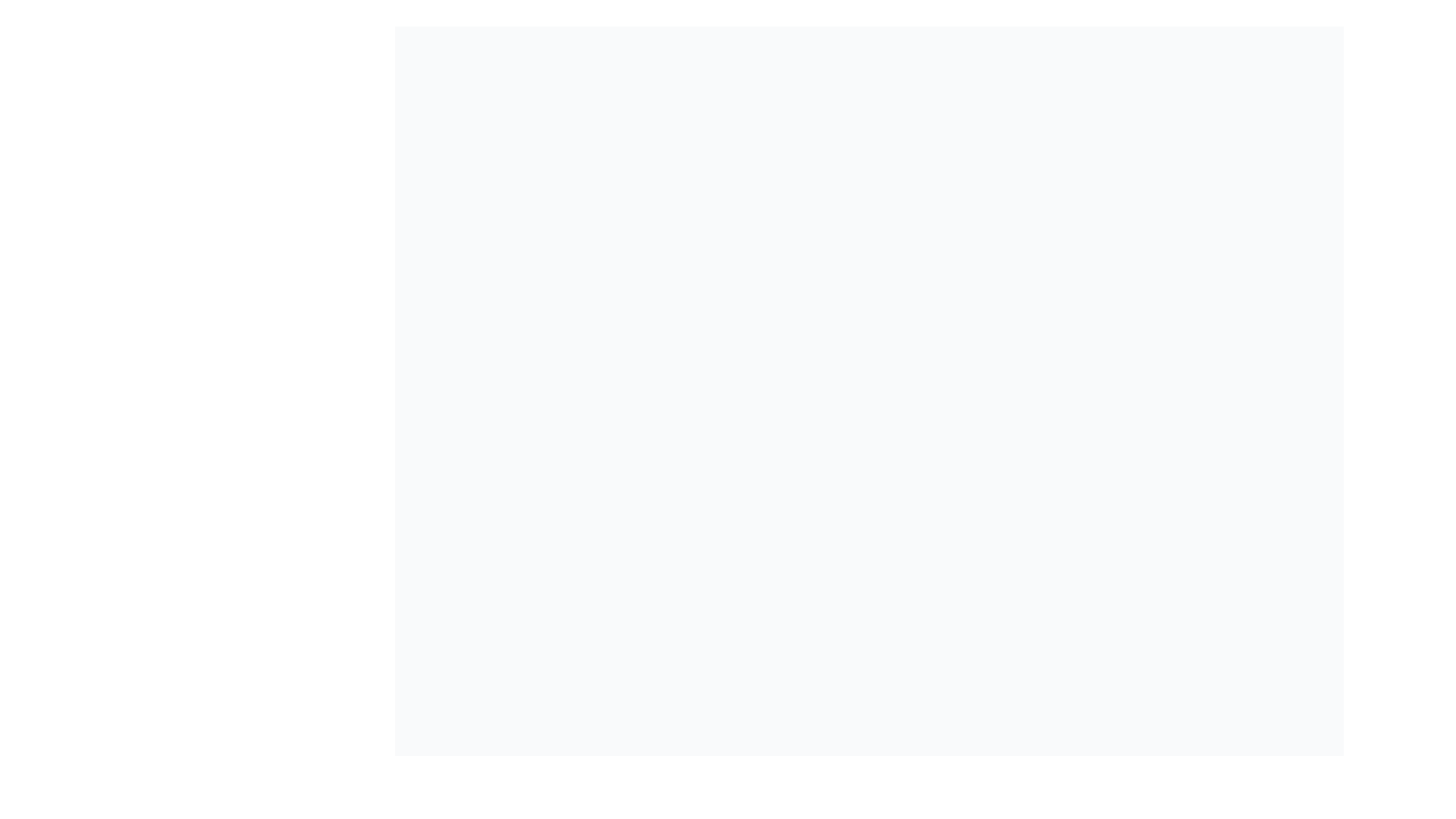 This screenshot has width=1456, height=819. I want to click on the Search tab in the bottom navigation, so click(863, 795).